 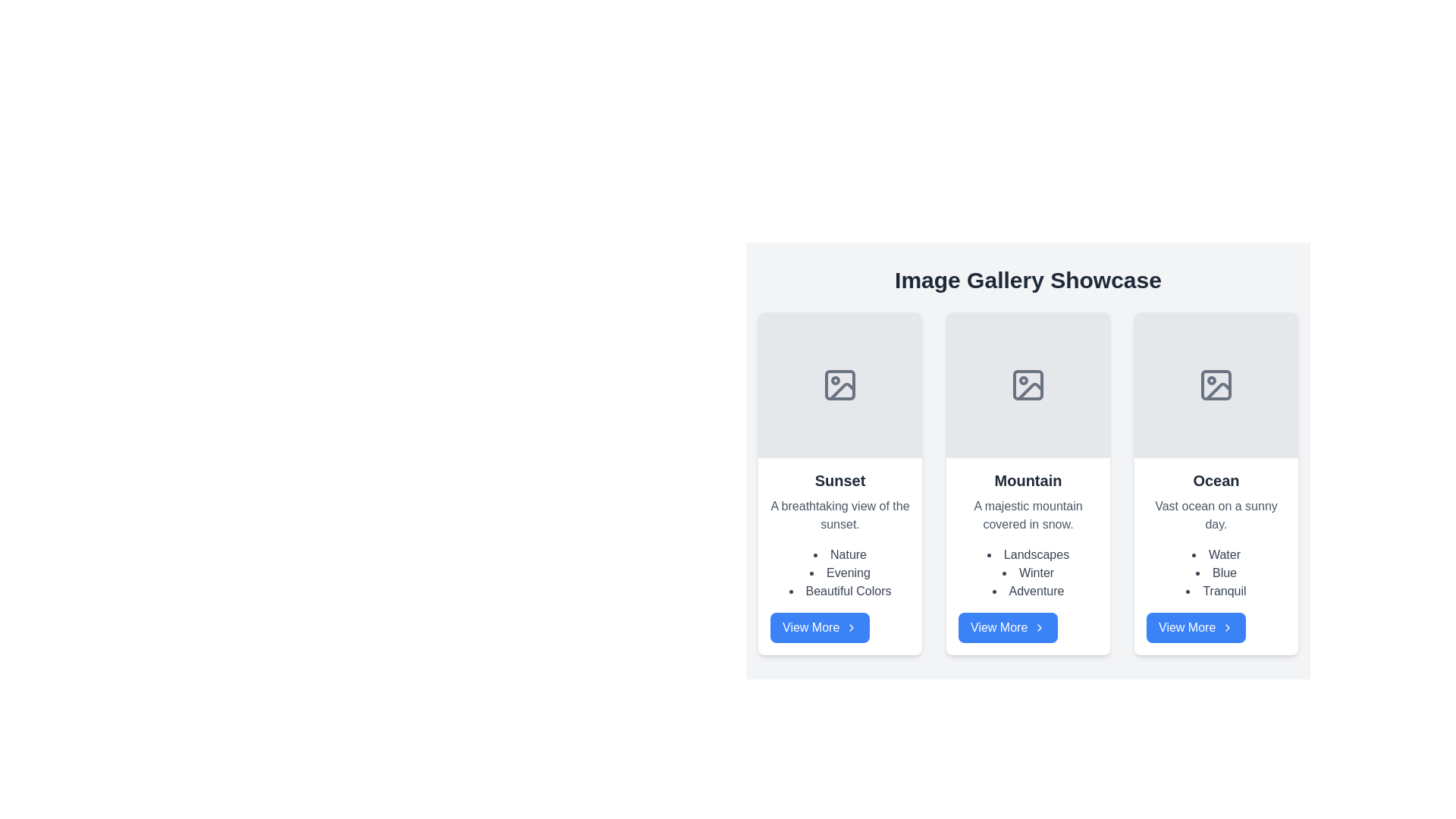 I want to click on the static text label that serves as a category marker within the 'Mountain' section of the bulleted list, positioned centrally in the 'Mountain' card under the 'Landscapes' heading, so click(x=1028, y=573).